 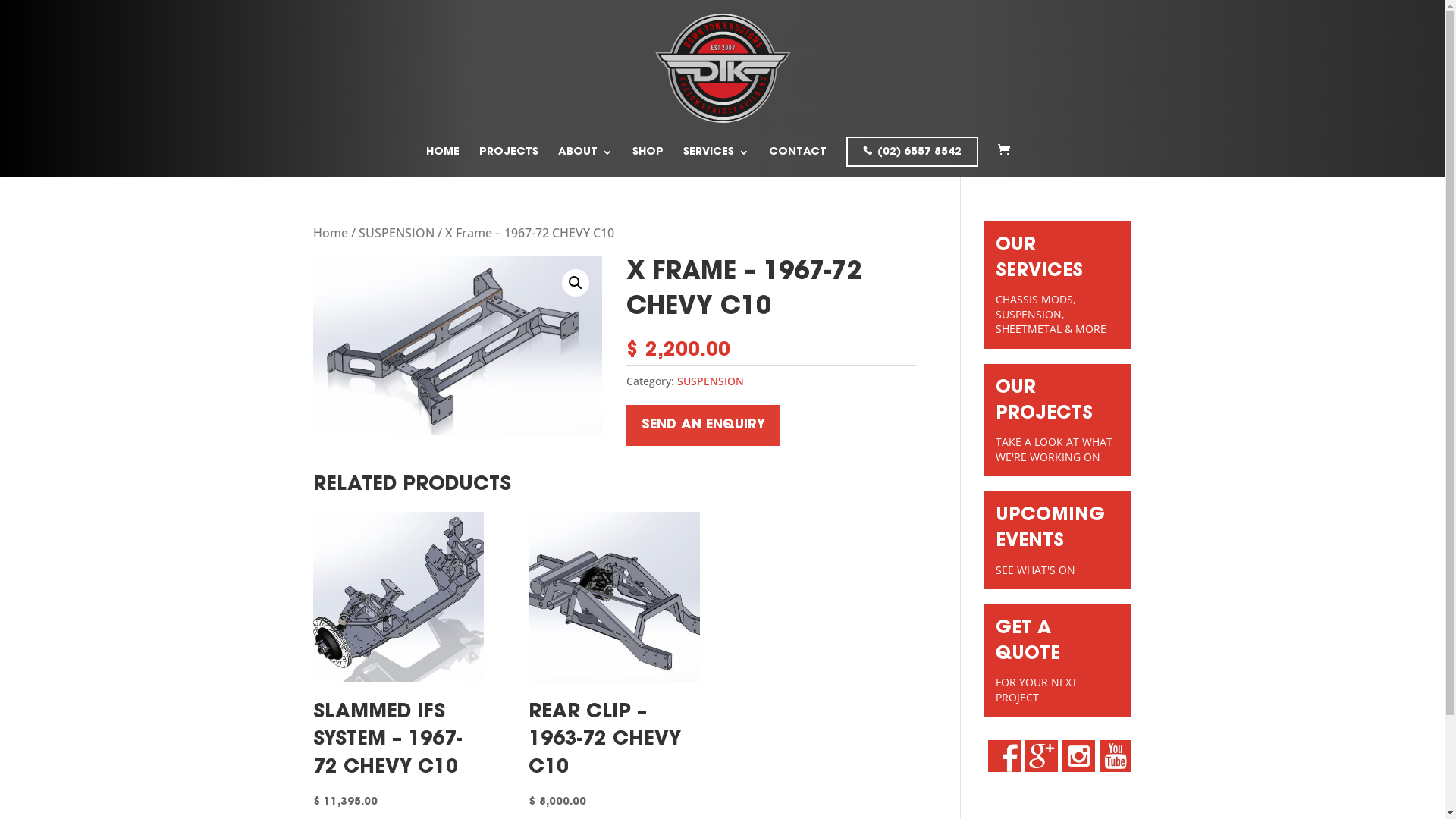 I want to click on 'OUR PROJECTS, so click(x=1056, y=420).